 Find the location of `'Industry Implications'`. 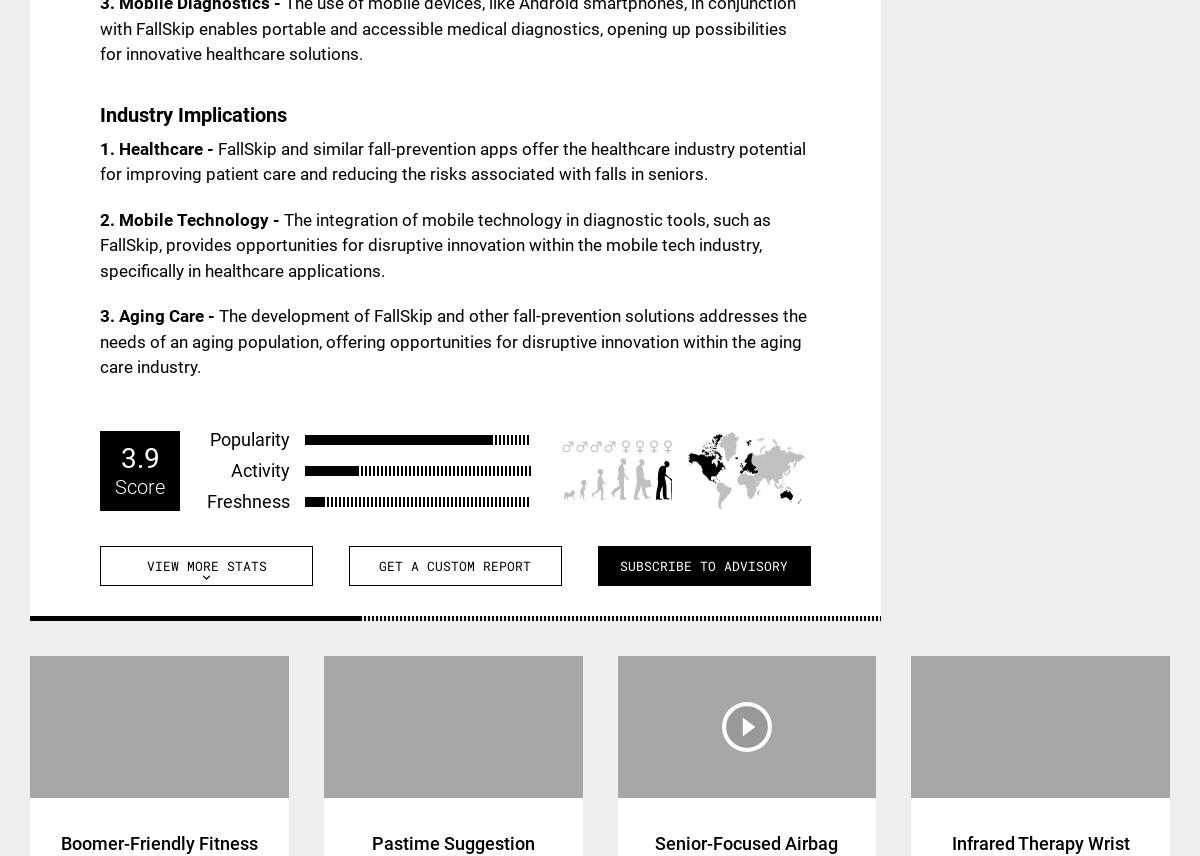

'Industry Implications' is located at coordinates (99, 113).